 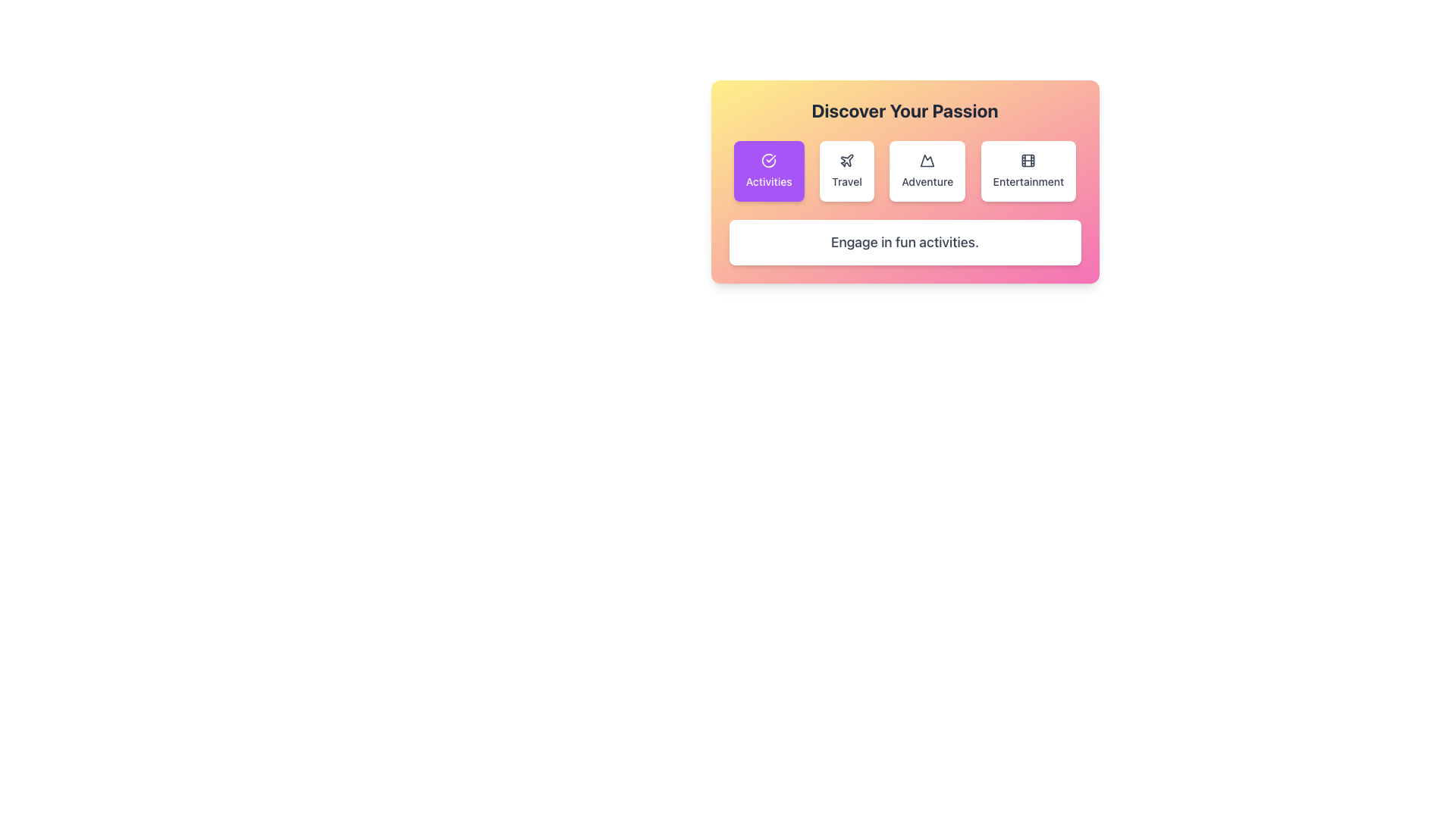 I want to click on the centered header text 'Discover Your Passion', which is displayed in a bold and large font with a dark gray color against a gradient background of yellow-to-pink hues, so click(x=905, y=110).